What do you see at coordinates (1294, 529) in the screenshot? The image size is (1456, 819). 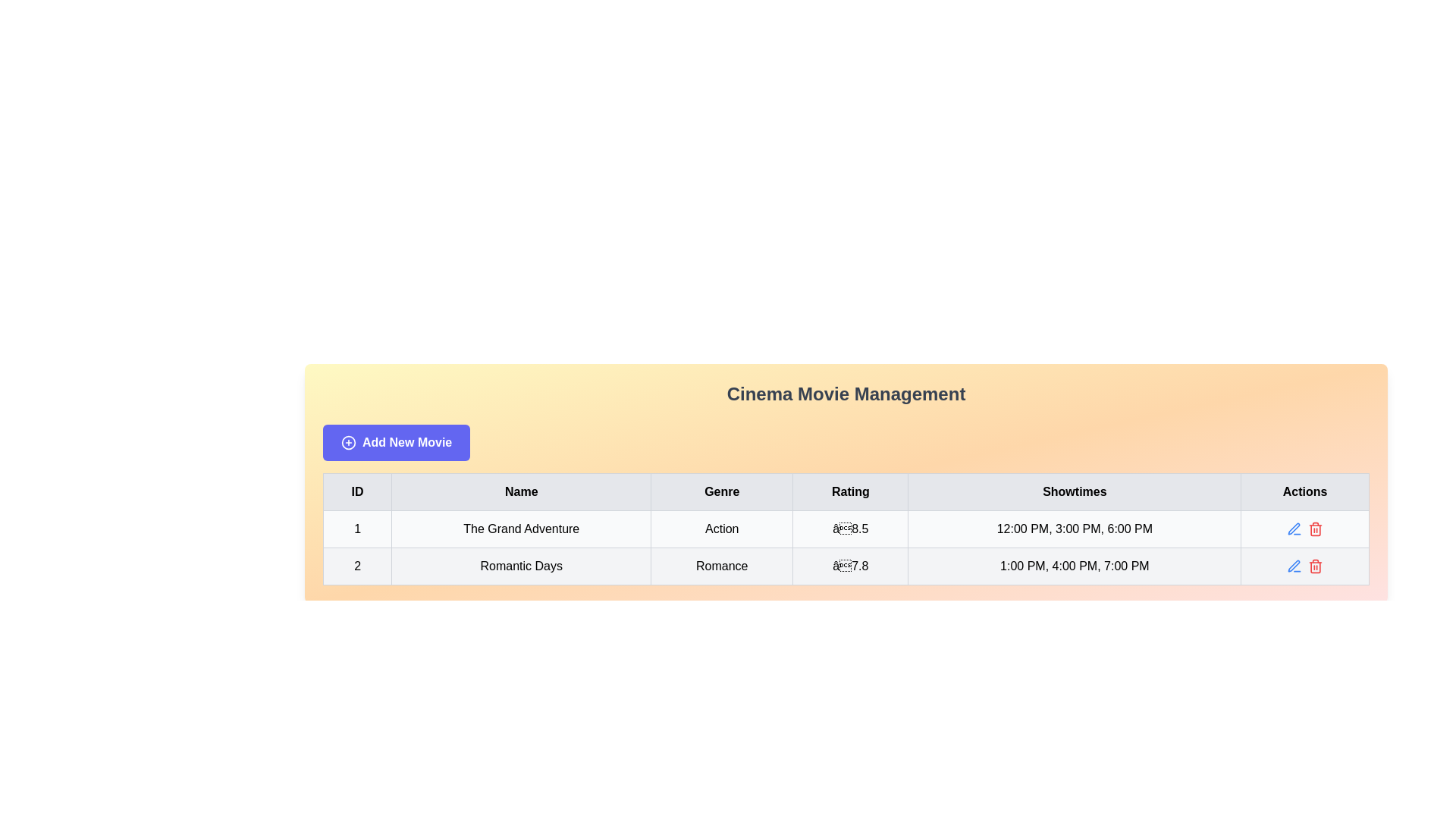 I see `the edit button in the Actions column of the second row of the table` at bounding box center [1294, 529].